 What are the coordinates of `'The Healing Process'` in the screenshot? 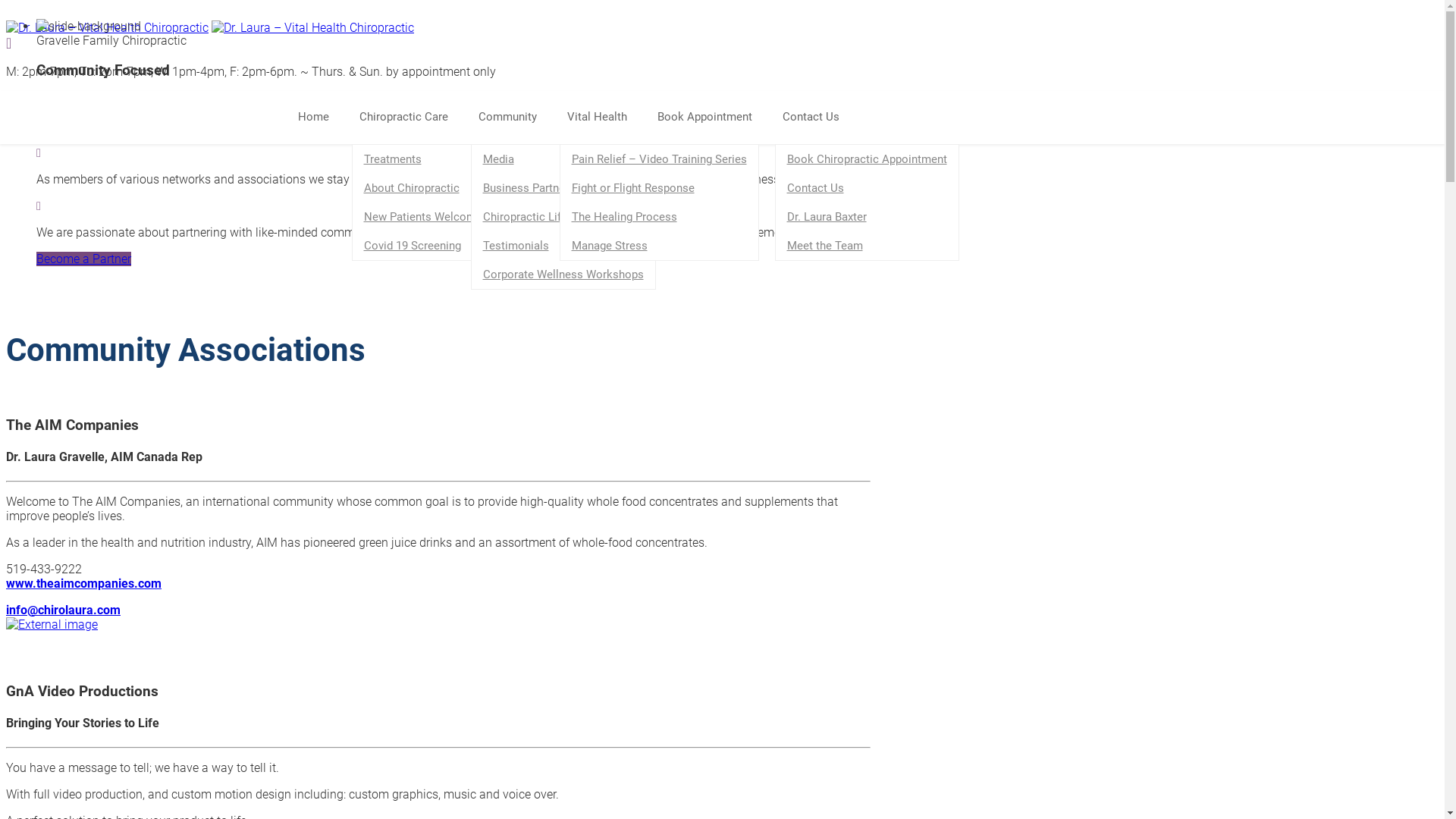 It's located at (658, 216).